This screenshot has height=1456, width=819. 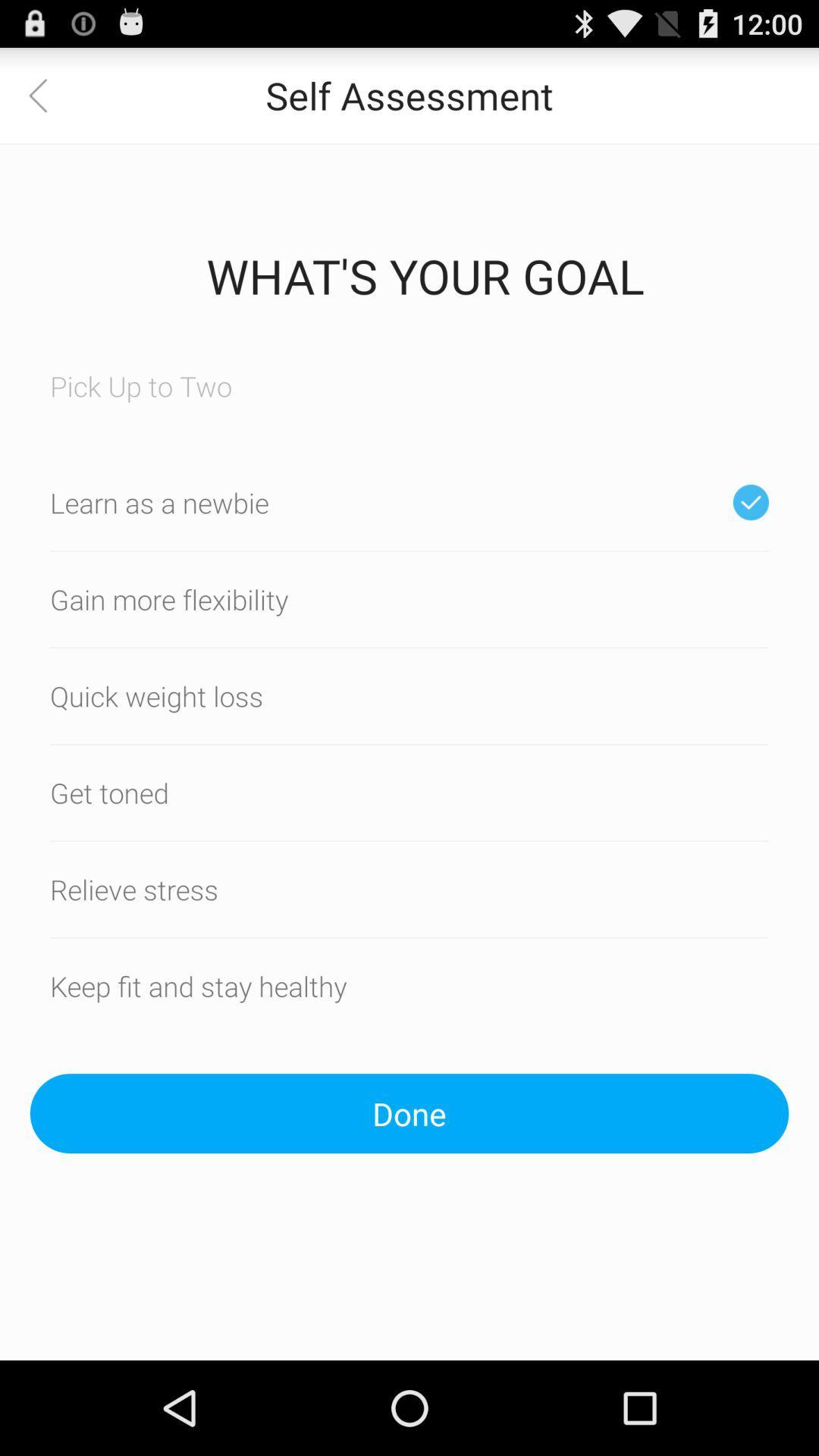 What do you see at coordinates (46, 94) in the screenshot?
I see `app to the left of self assessment` at bounding box center [46, 94].